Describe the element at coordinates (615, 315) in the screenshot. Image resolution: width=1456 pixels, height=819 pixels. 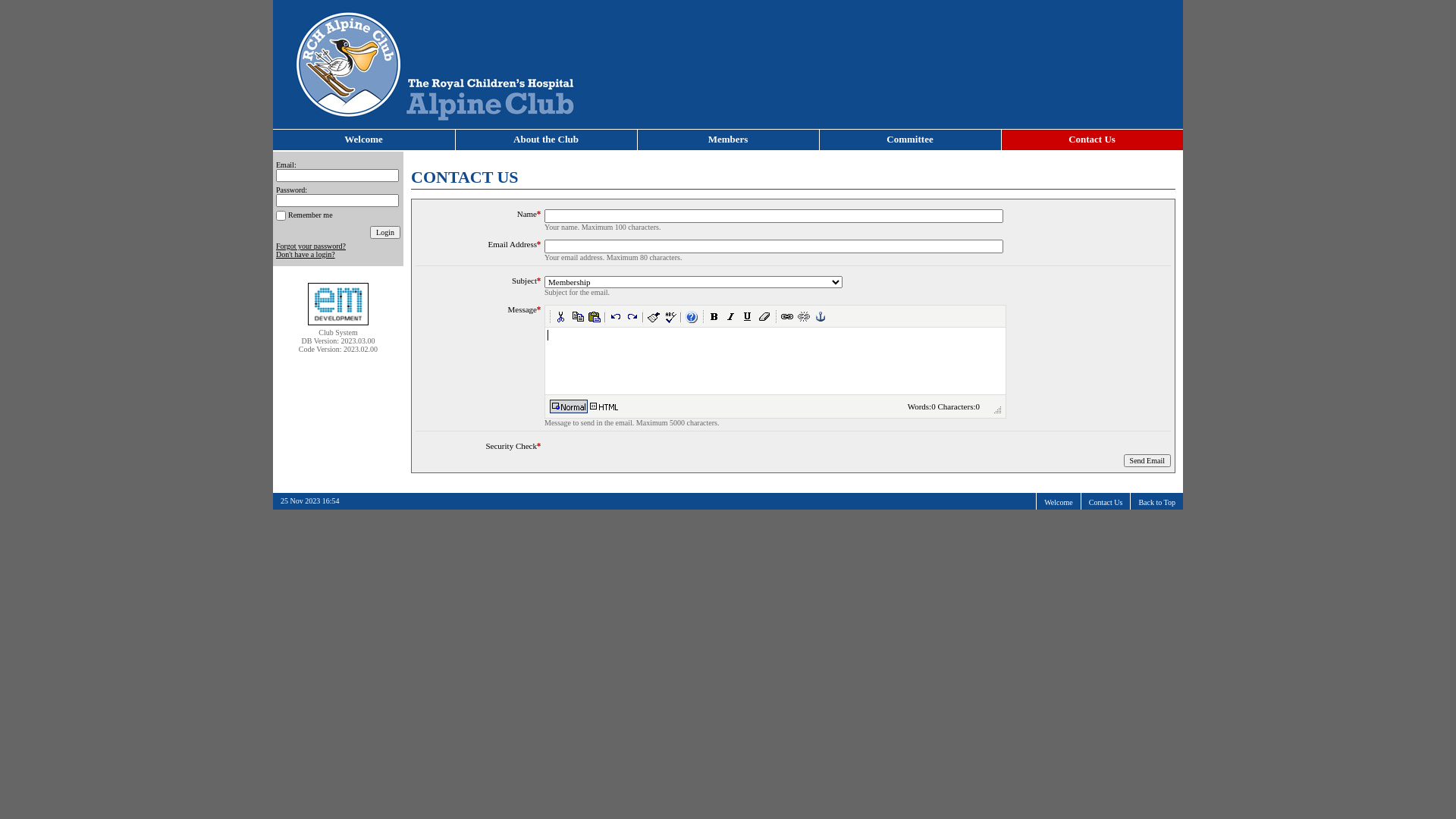
I see `'Undo'` at that location.